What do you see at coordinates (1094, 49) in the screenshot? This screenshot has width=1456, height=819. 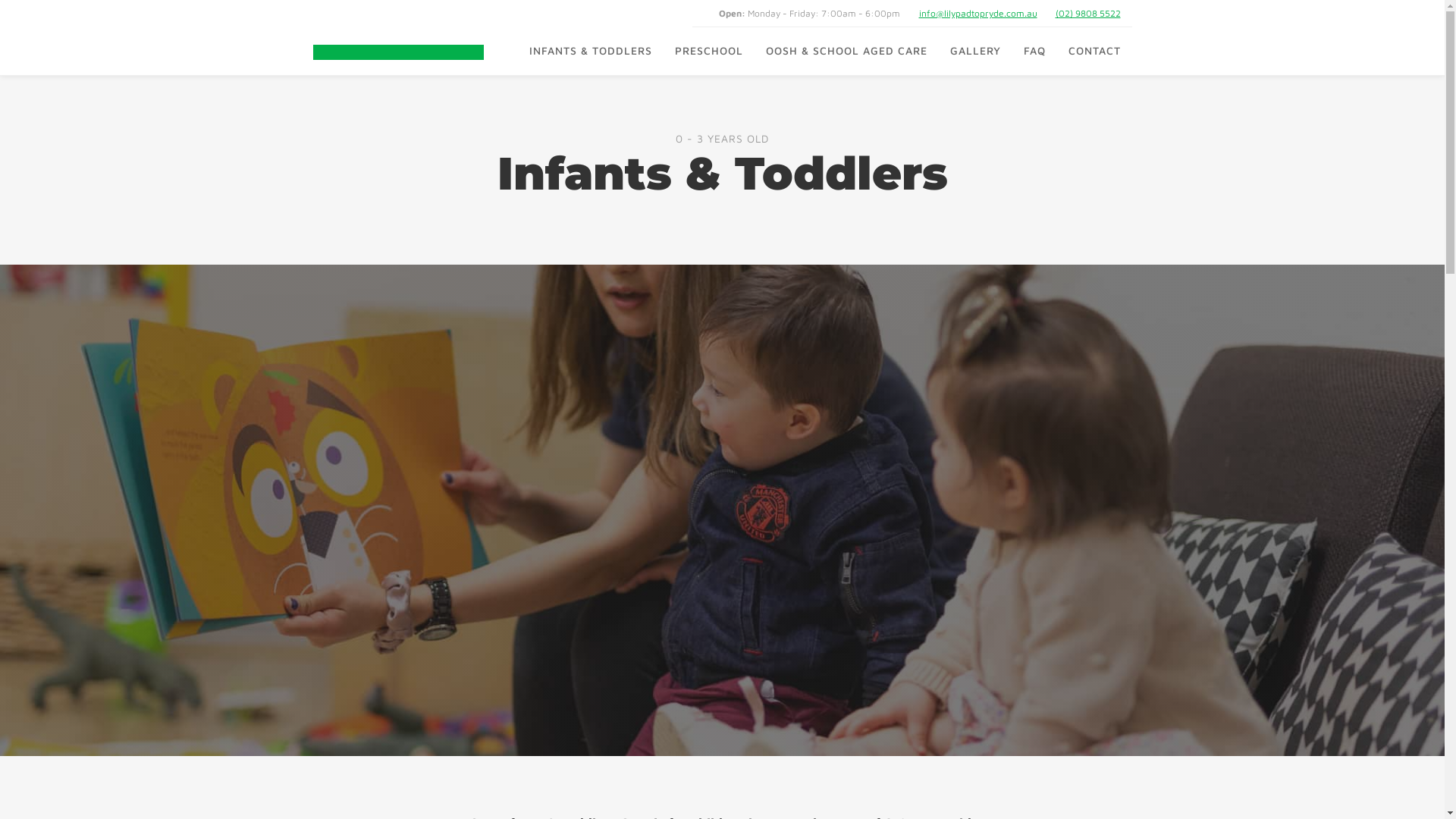 I see `'CONTACT'` at bounding box center [1094, 49].